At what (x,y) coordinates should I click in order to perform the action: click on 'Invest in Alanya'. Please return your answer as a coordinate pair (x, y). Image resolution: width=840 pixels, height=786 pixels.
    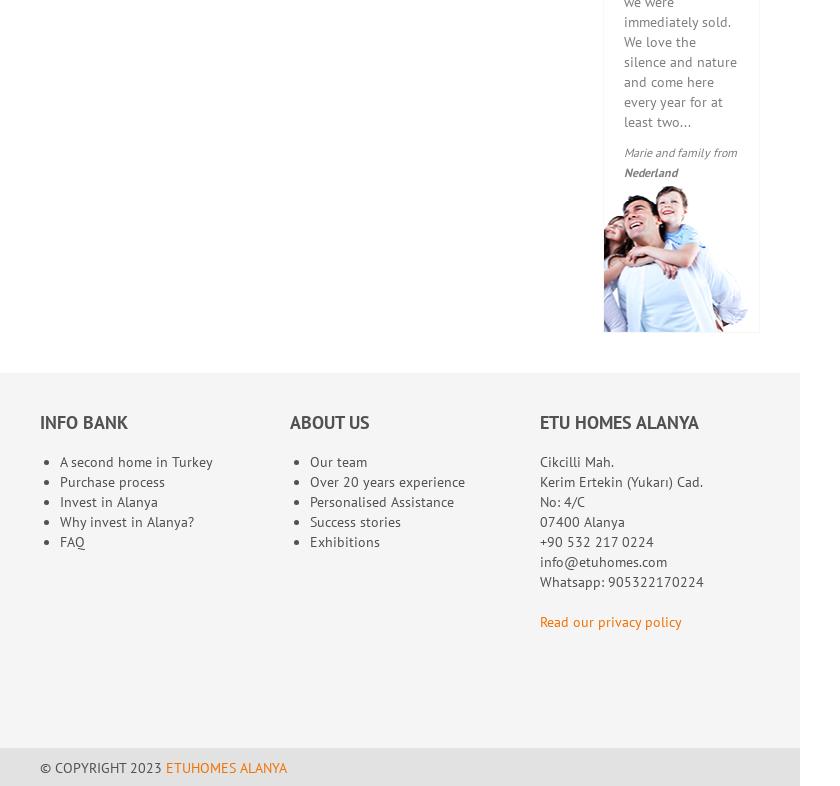
    Looking at the image, I should click on (109, 501).